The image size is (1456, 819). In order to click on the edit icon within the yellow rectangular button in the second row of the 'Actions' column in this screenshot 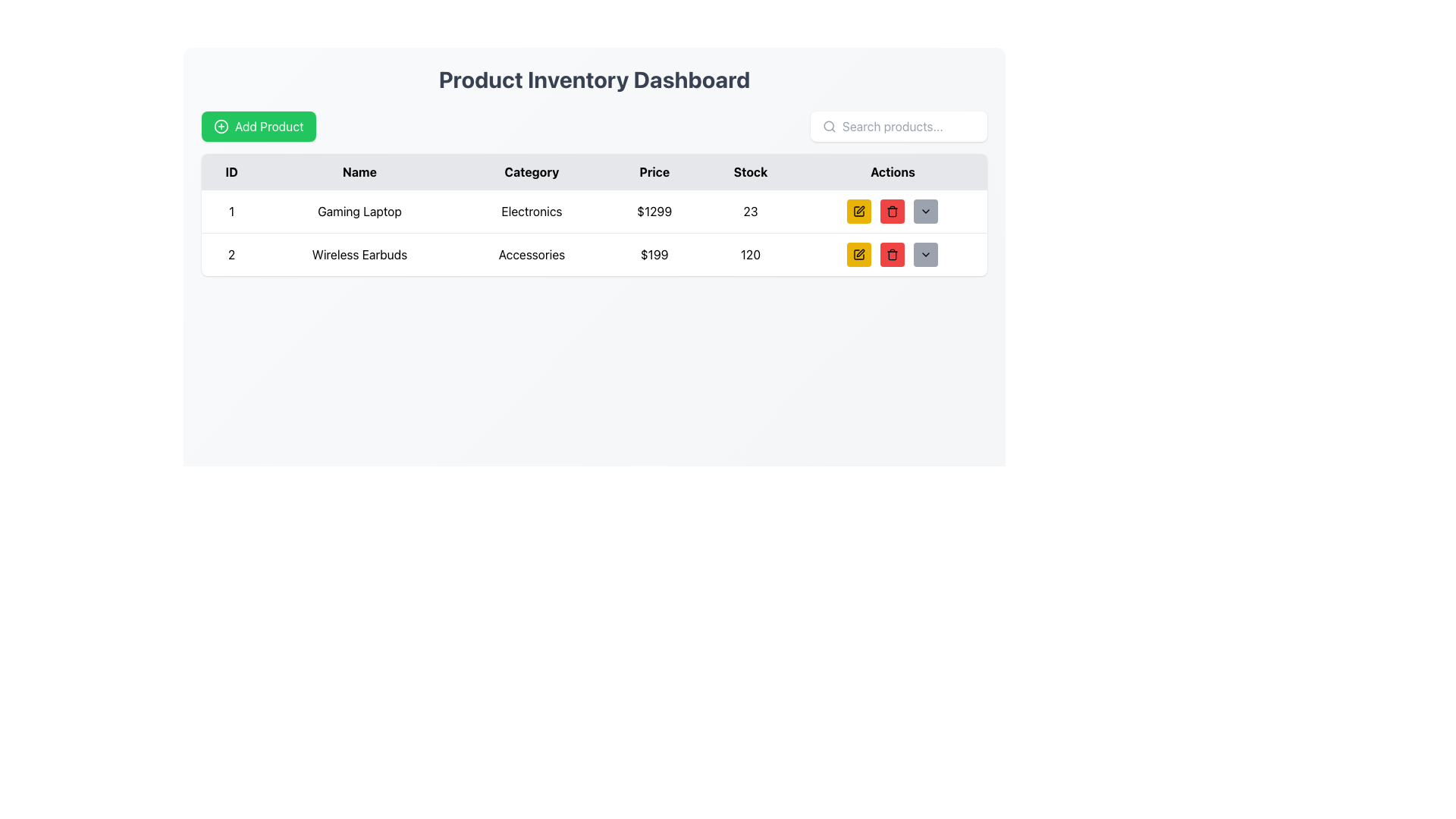, I will do `click(859, 253)`.